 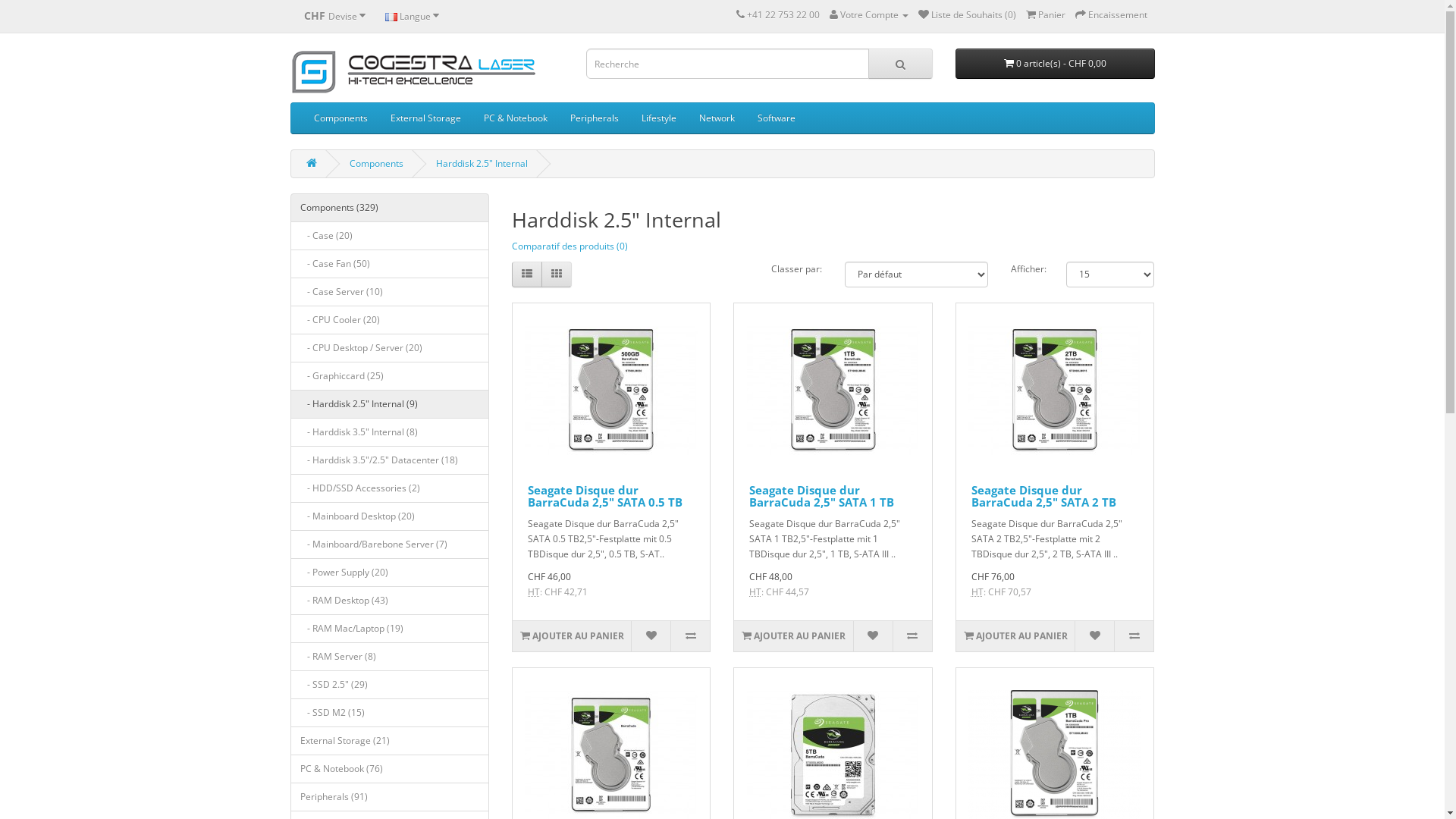 What do you see at coordinates (955, 636) in the screenshot?
I see `'AJOUTER AU PANIER'` at bounding box center [955, 636].